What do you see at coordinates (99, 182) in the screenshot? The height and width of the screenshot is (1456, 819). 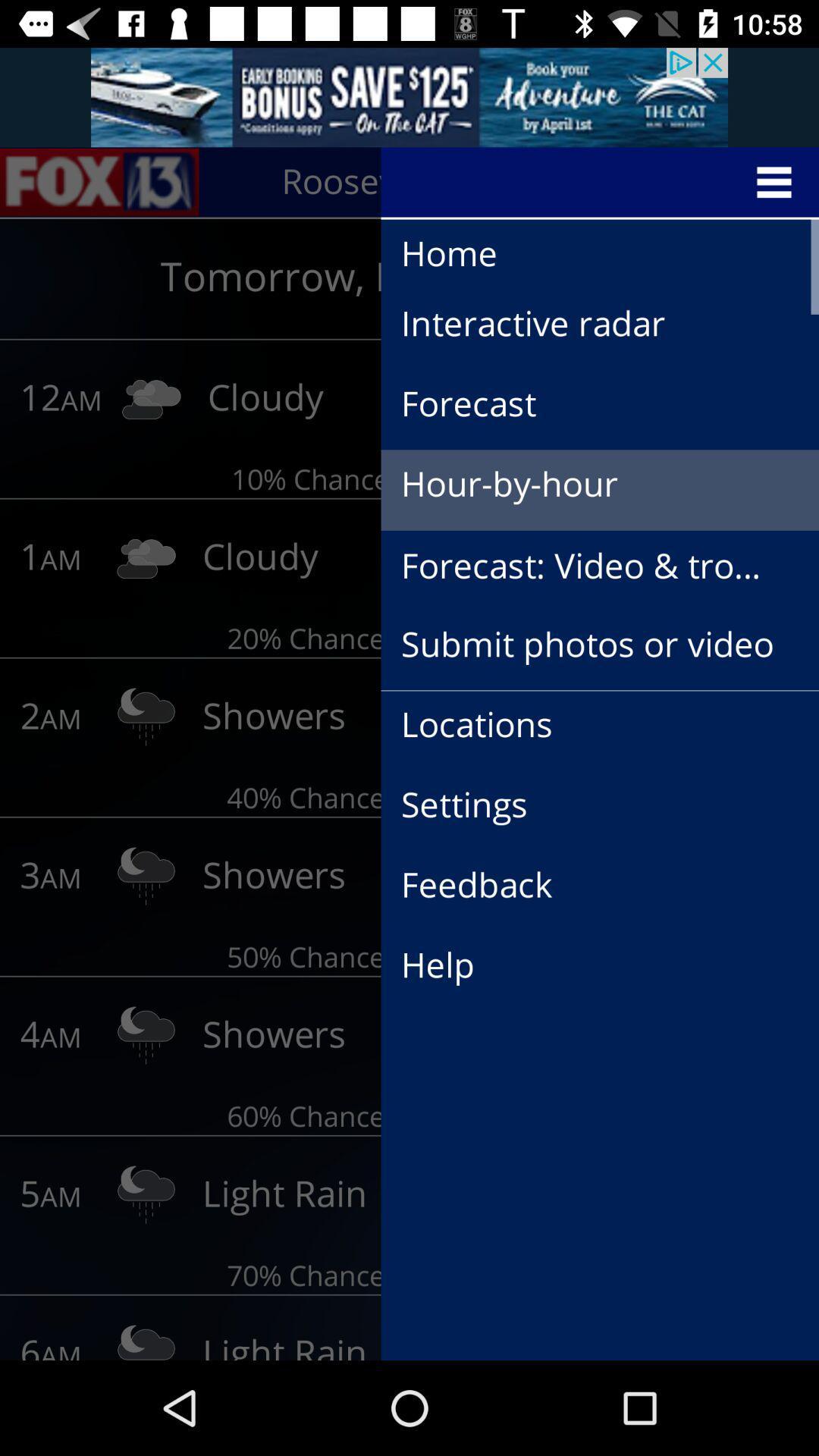 I see `the sliders icon` at bounding box center [99, 182].